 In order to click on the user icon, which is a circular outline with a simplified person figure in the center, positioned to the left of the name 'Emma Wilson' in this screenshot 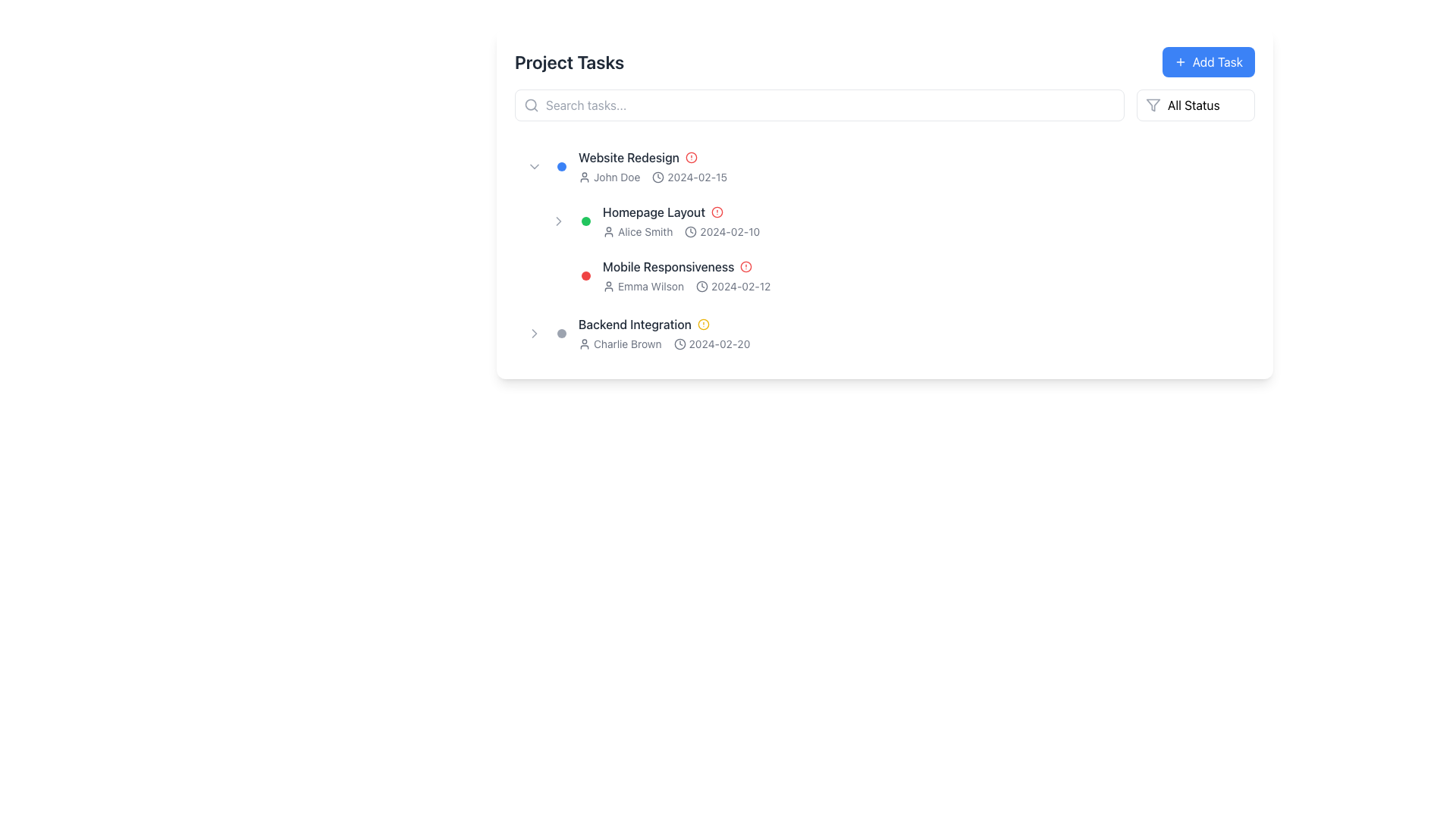, I will do `click(608, 287)`.